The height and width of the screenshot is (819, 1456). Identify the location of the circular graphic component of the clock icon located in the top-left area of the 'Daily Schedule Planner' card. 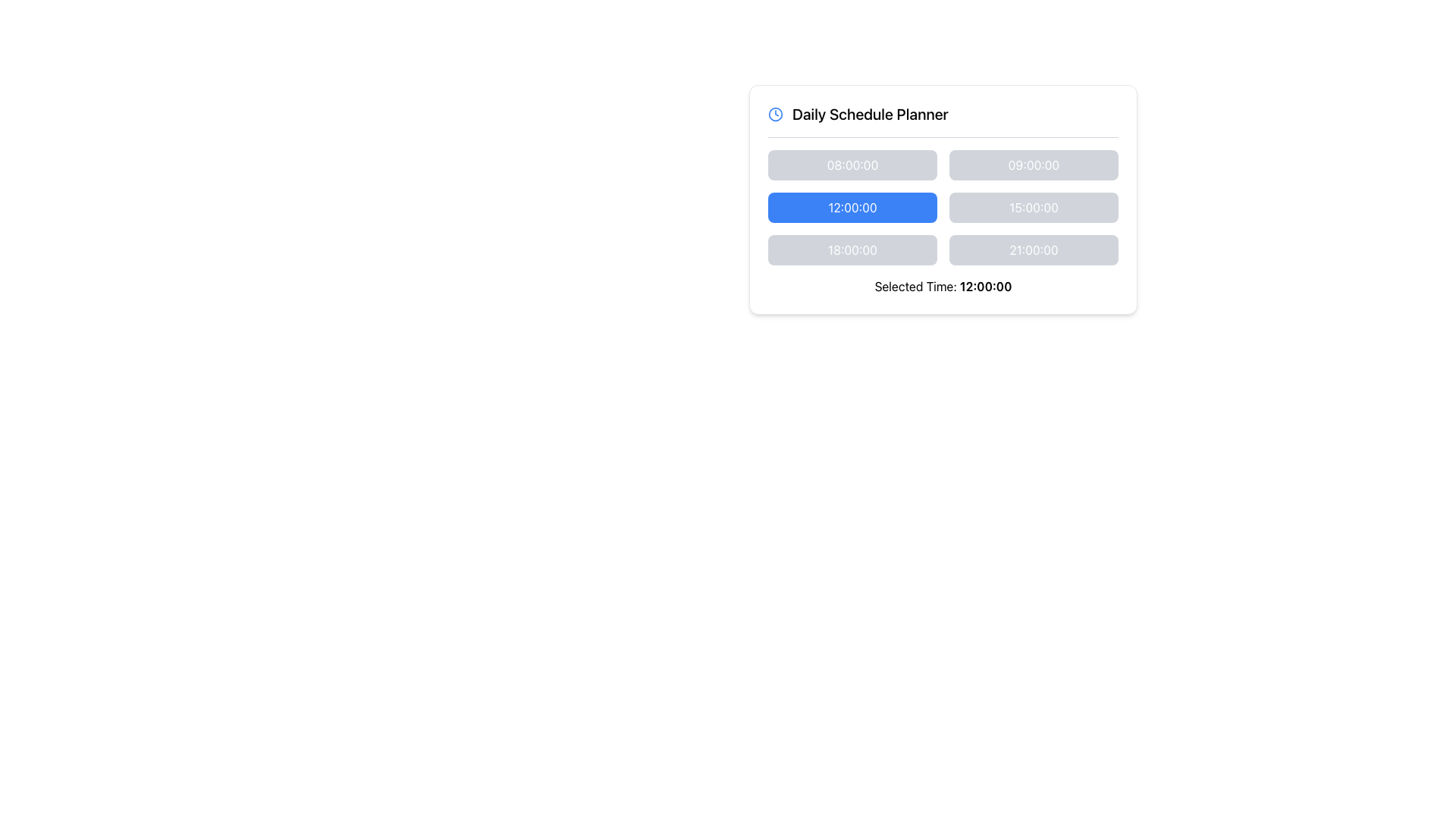
(775, 113).